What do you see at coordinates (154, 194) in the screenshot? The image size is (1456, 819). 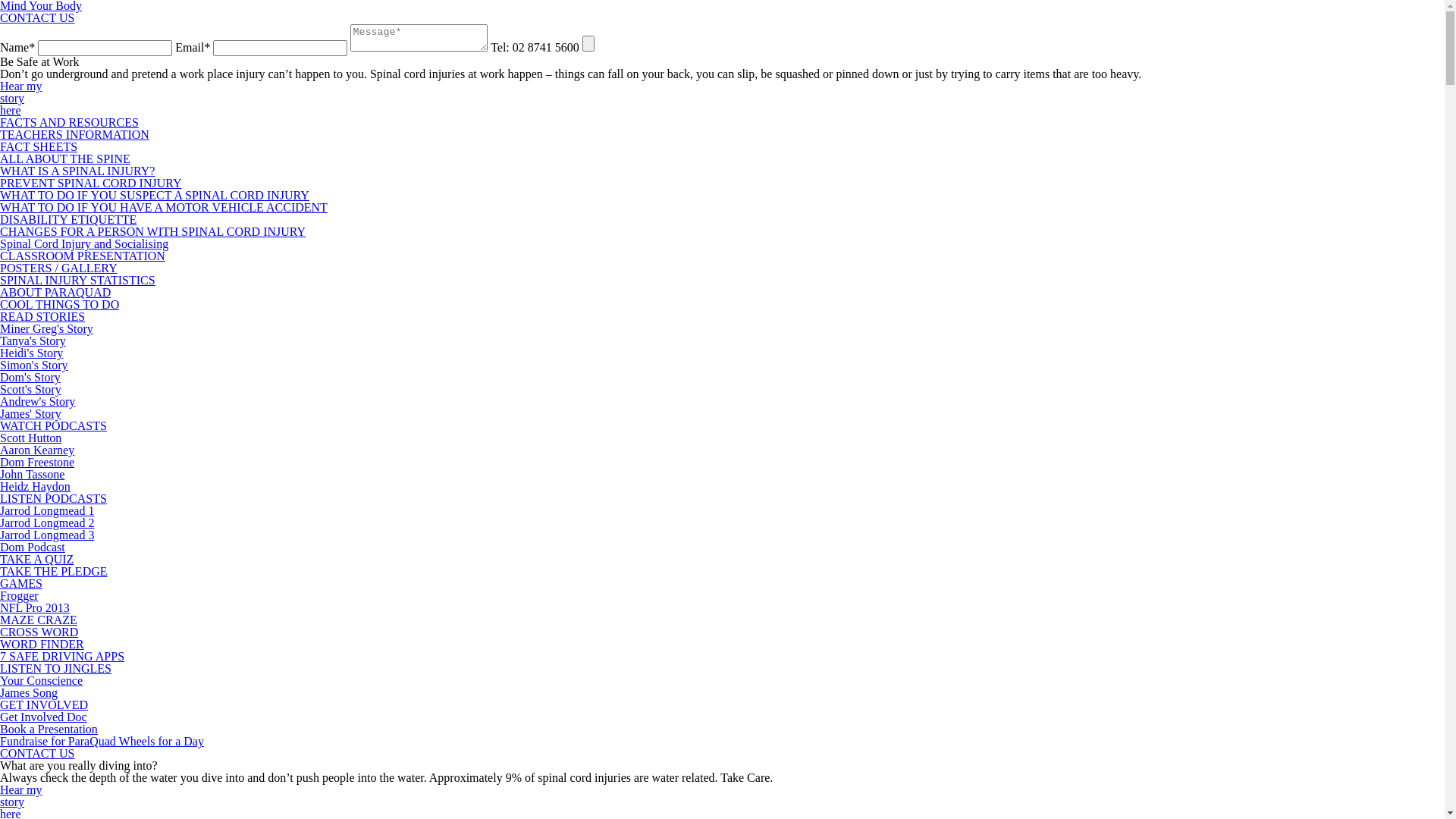 I see `'WHAT TO DO IF YOU SUSPECT A SPINAL CORD INJURY'` at bounding box center [154, 194].